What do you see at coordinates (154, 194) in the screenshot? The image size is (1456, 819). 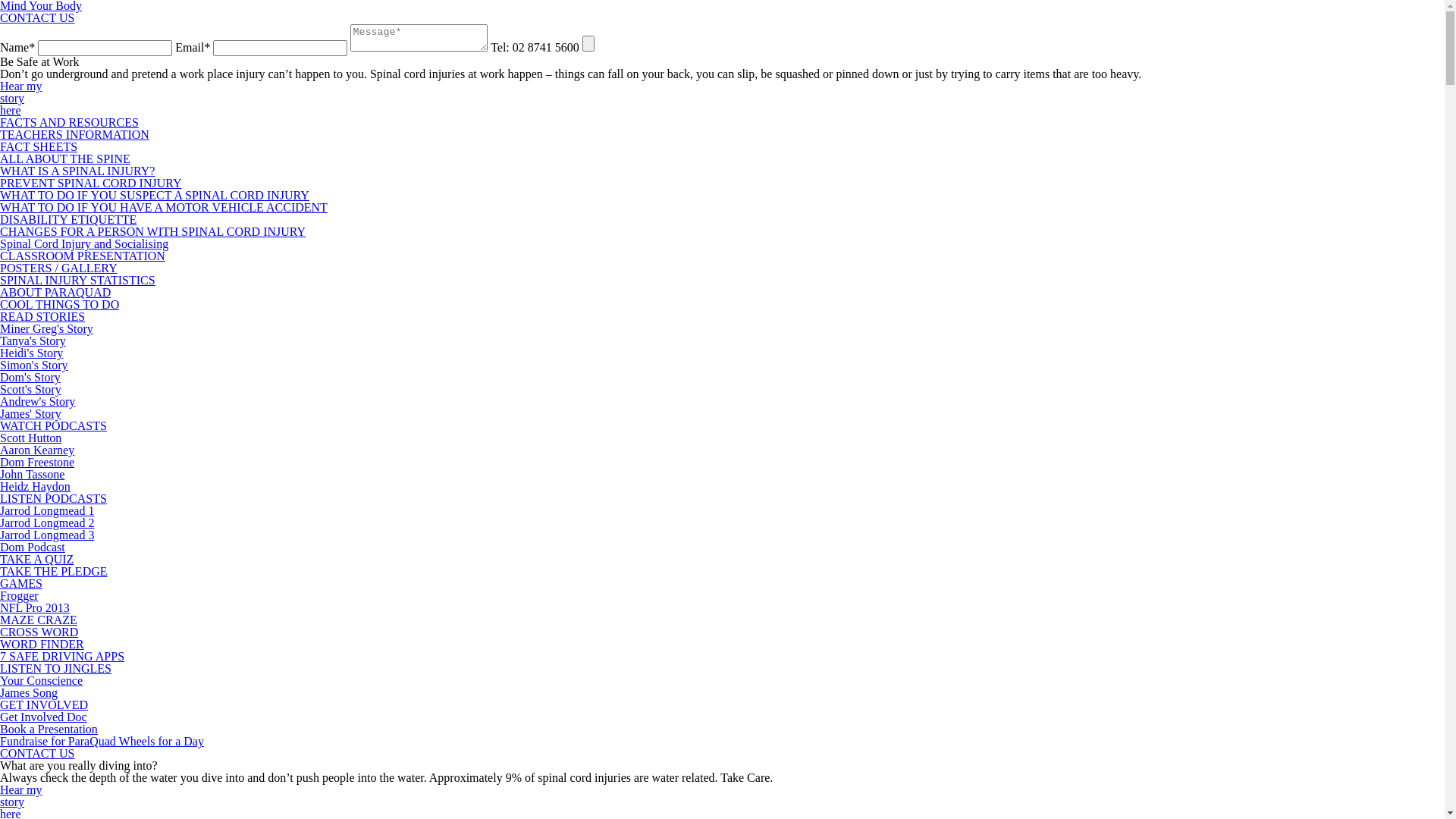 I see `'WHAT TO DO IF YOU SUSPECT A SPINAL CORD INJURY'` at bounding box center [154, 194].